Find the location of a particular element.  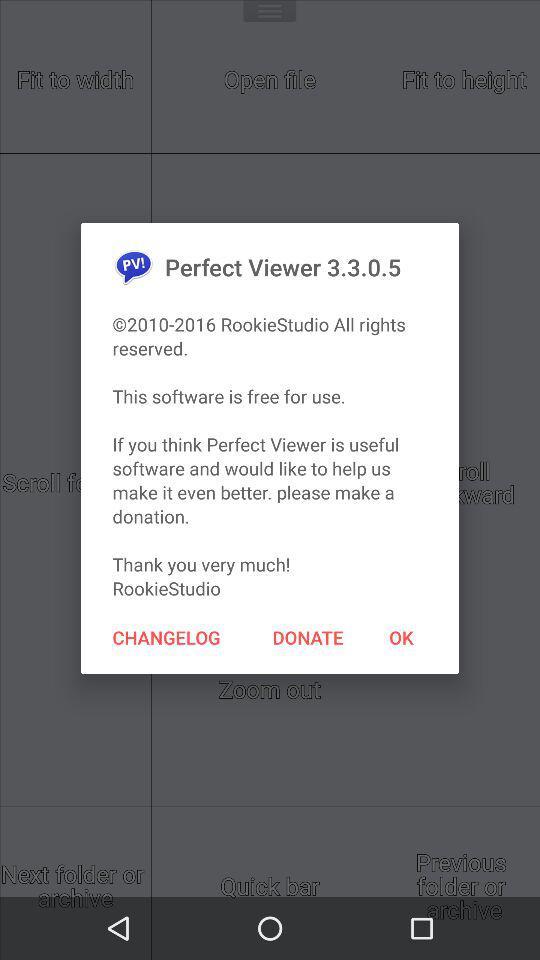

the item below the 2010 2016 rookiestudio is located at coordinates (165, 636).